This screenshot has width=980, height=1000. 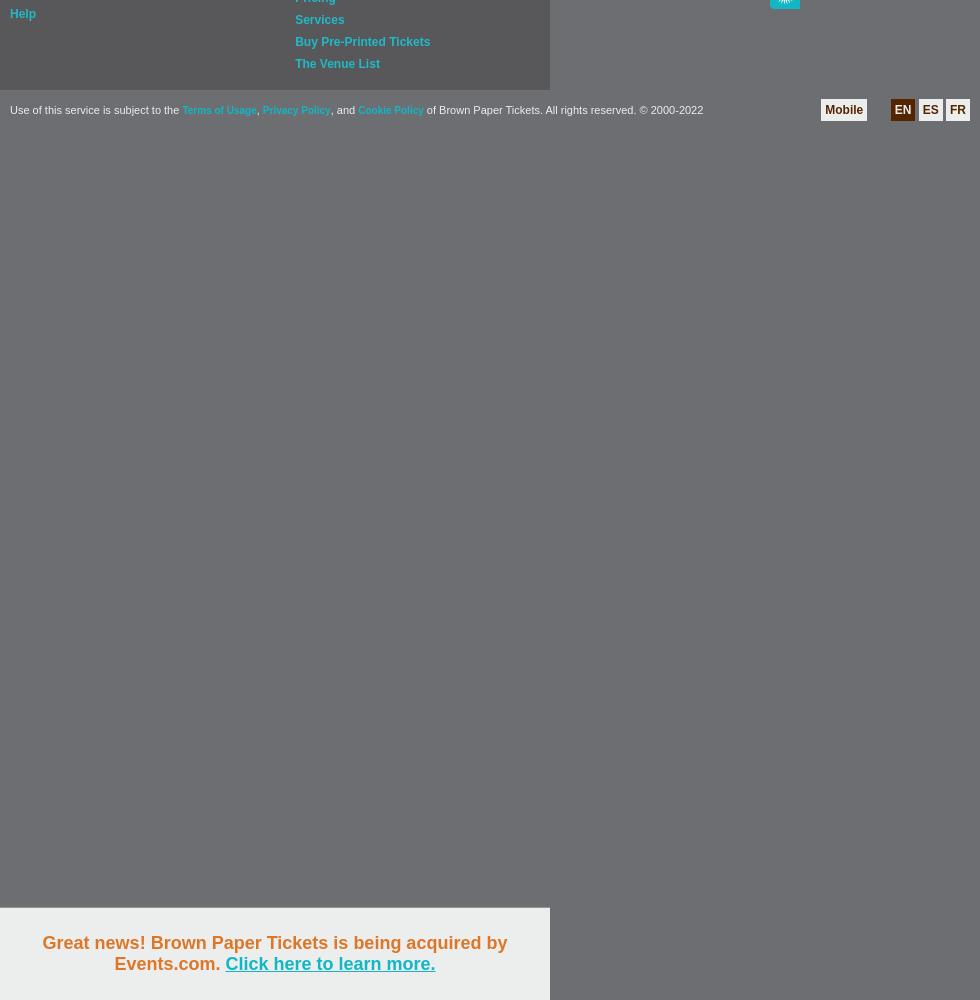 I want to click on 'Cookie Policy', so click(x=390, y=109).